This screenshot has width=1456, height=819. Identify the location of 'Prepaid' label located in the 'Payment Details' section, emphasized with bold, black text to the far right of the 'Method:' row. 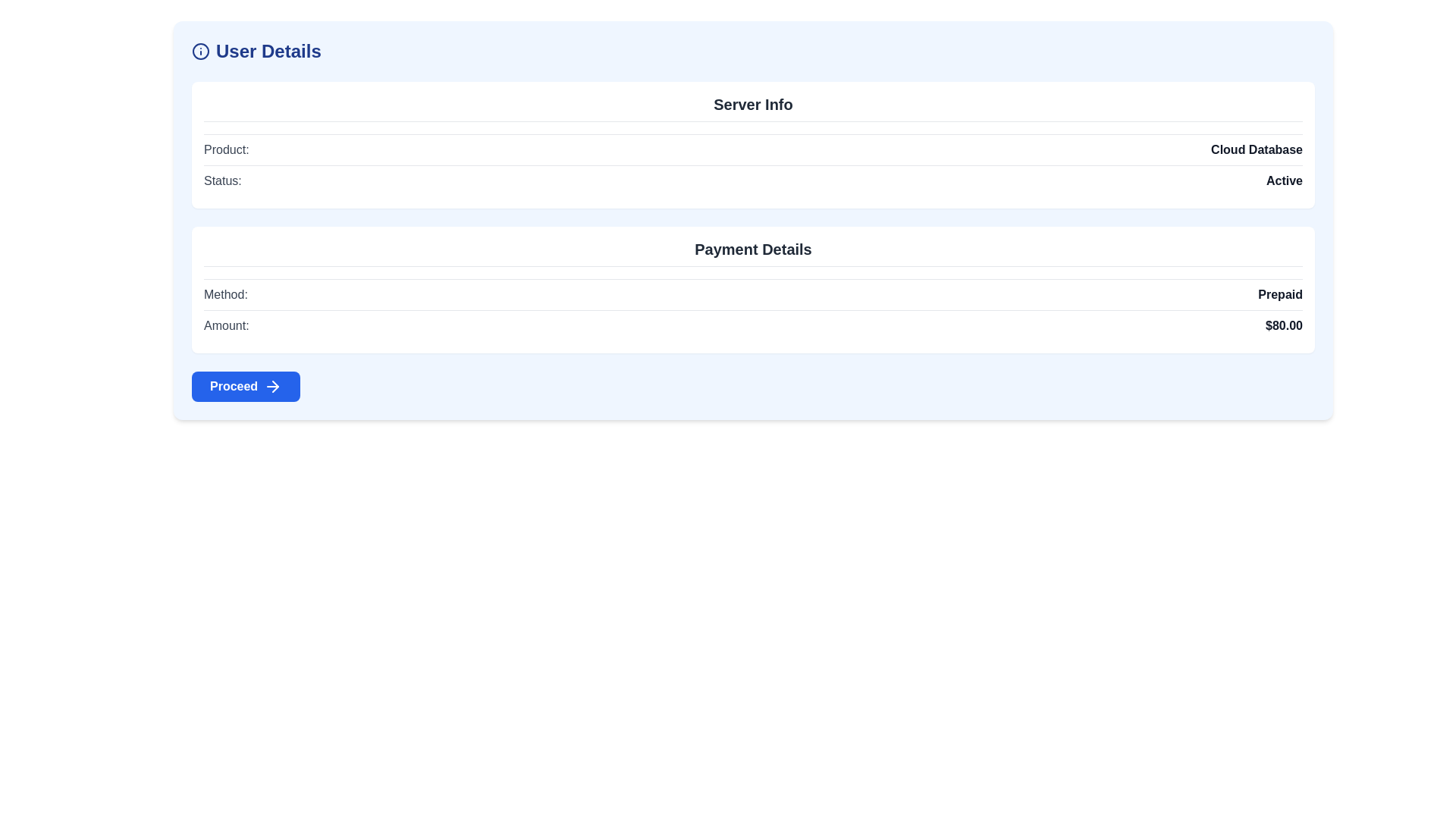
(1279, 295).